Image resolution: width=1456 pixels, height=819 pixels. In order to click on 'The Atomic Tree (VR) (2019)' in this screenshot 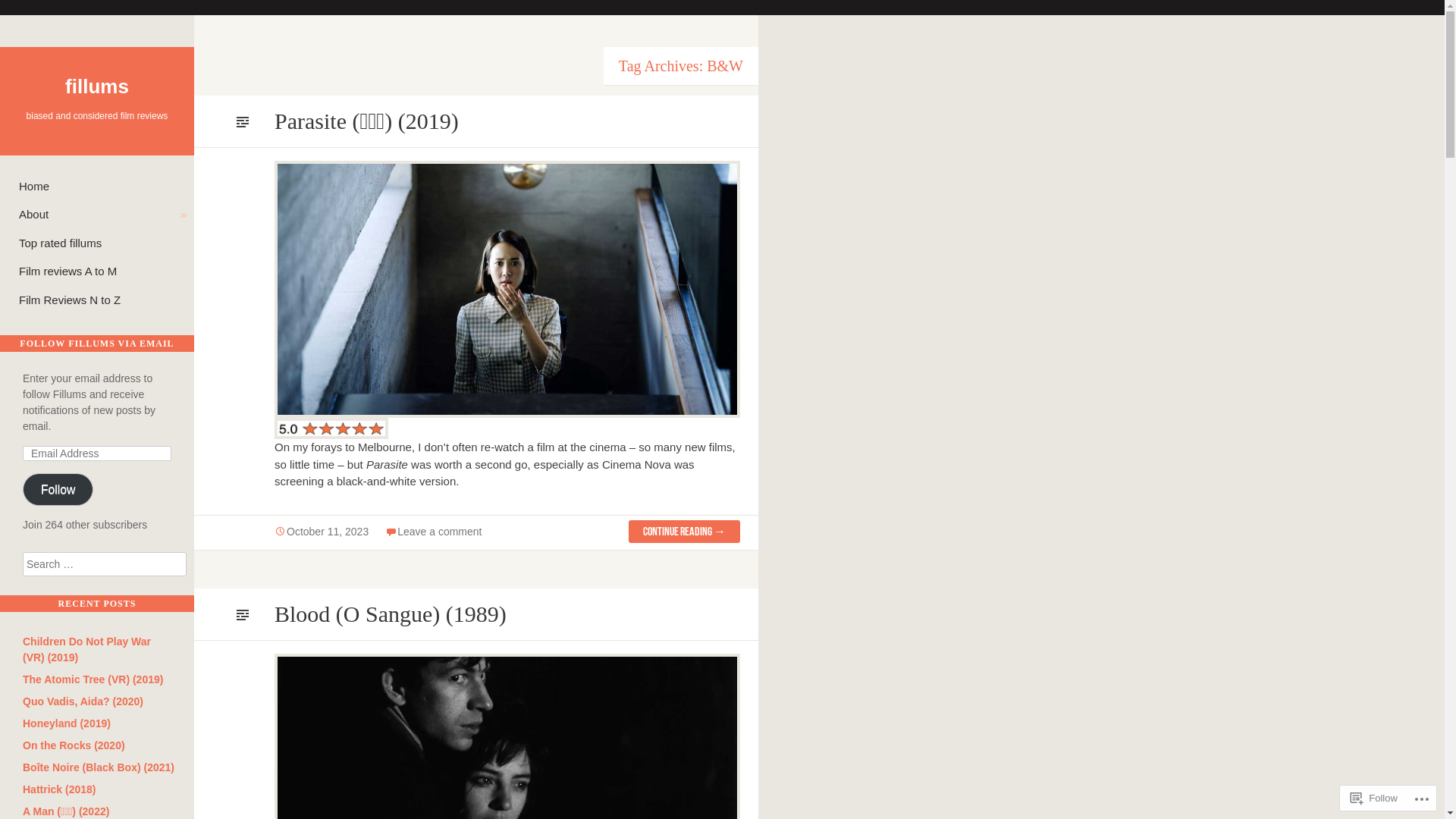, I will do `click(22, 678)`.